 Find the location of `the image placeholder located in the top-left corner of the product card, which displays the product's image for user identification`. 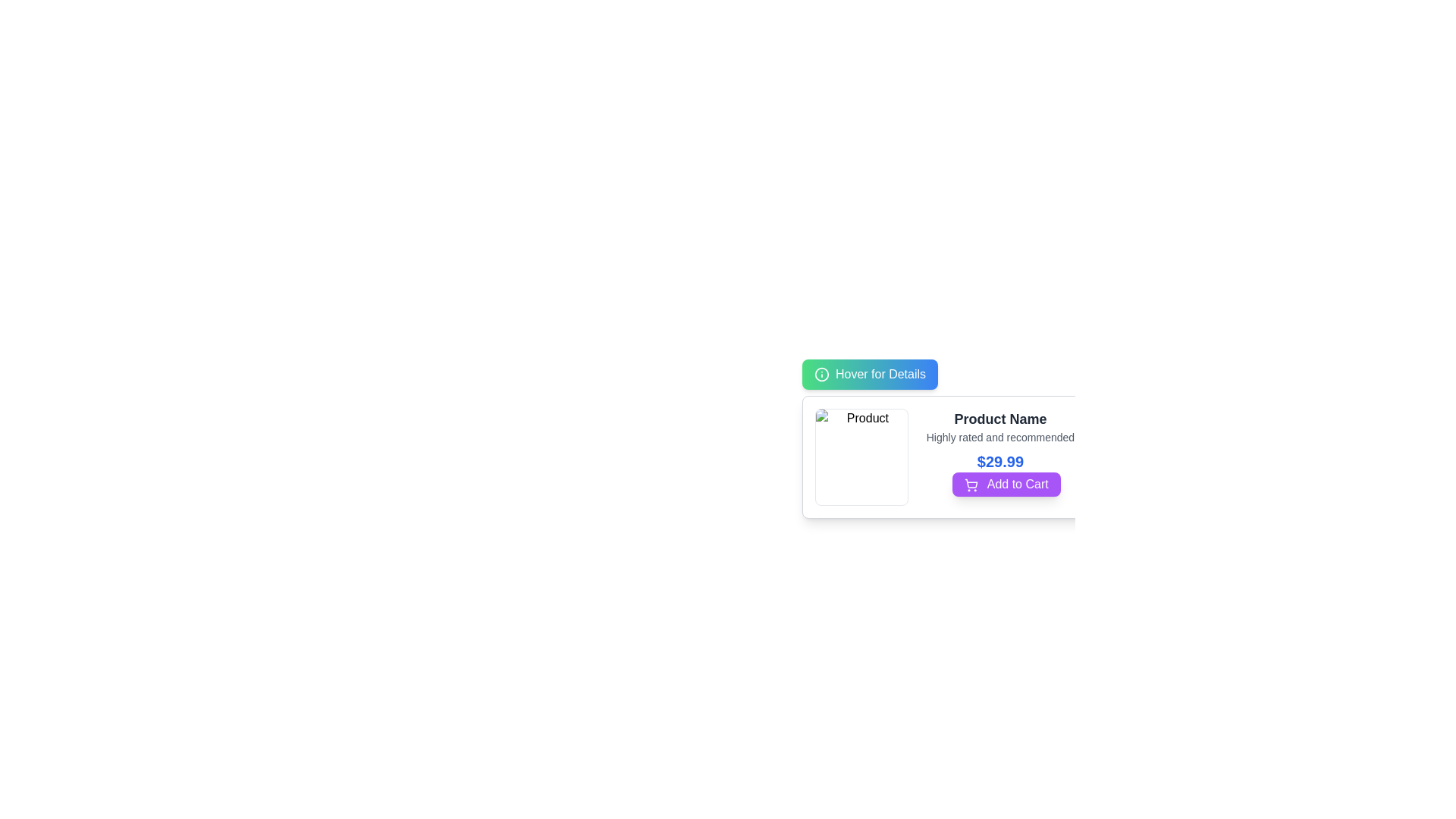

the image placeholder located in the top-left corner of the product card, which displays the product's image for user identification is located at coordinates (861, 456).